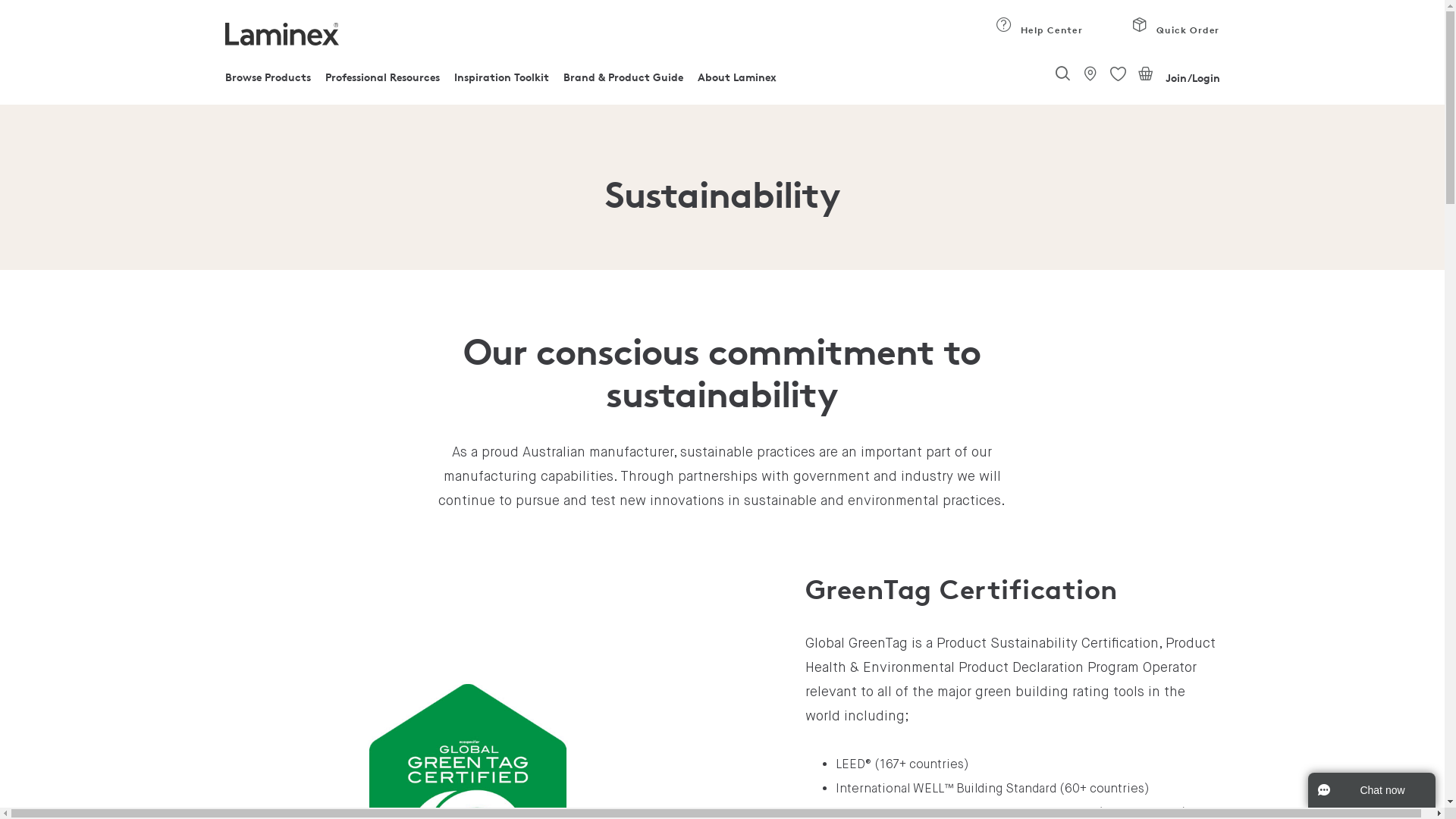 The height and width of the screenshot is (819, 1456). Describe the element at coordinates (1175, 33) in the screenshot. I see `'Quick Order'` at that location.